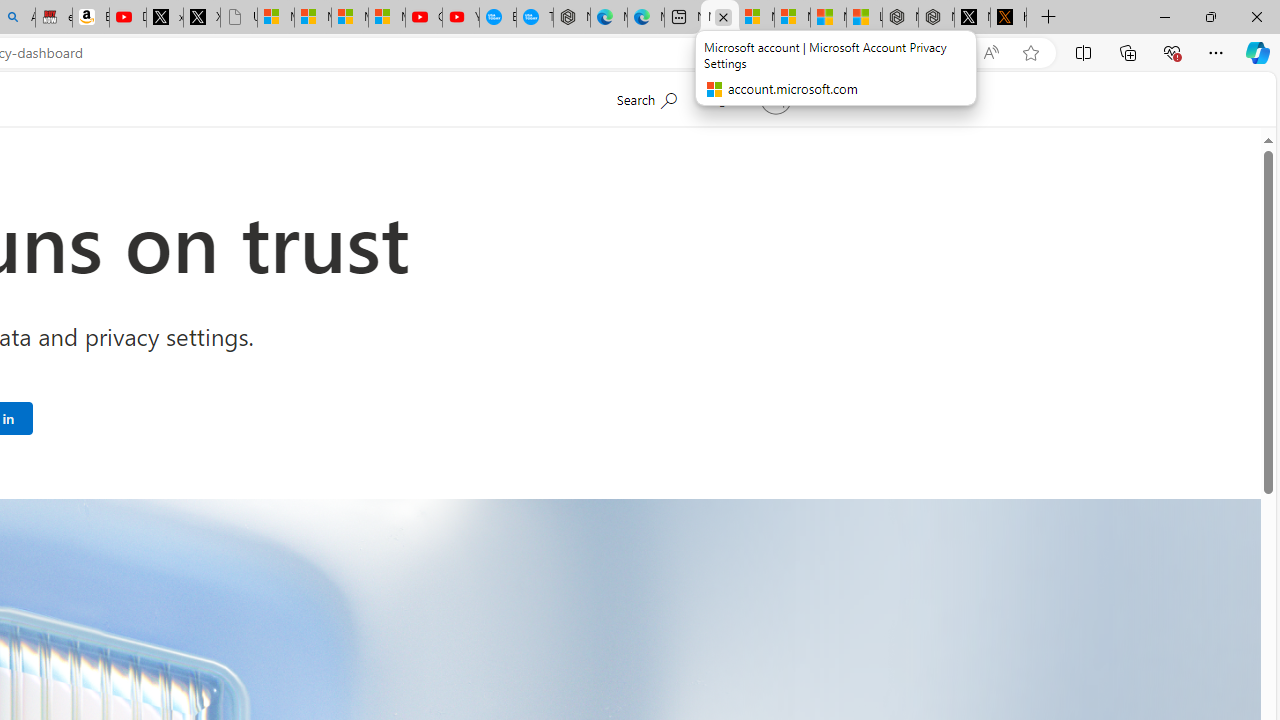 This screenshot has width=1280, height=720. What do you see at coordinates (720, 17) in the screenshot?
I see `'Microsoft account | Microsoft Account Privacy Settings'` at bounding box center [720, 17].